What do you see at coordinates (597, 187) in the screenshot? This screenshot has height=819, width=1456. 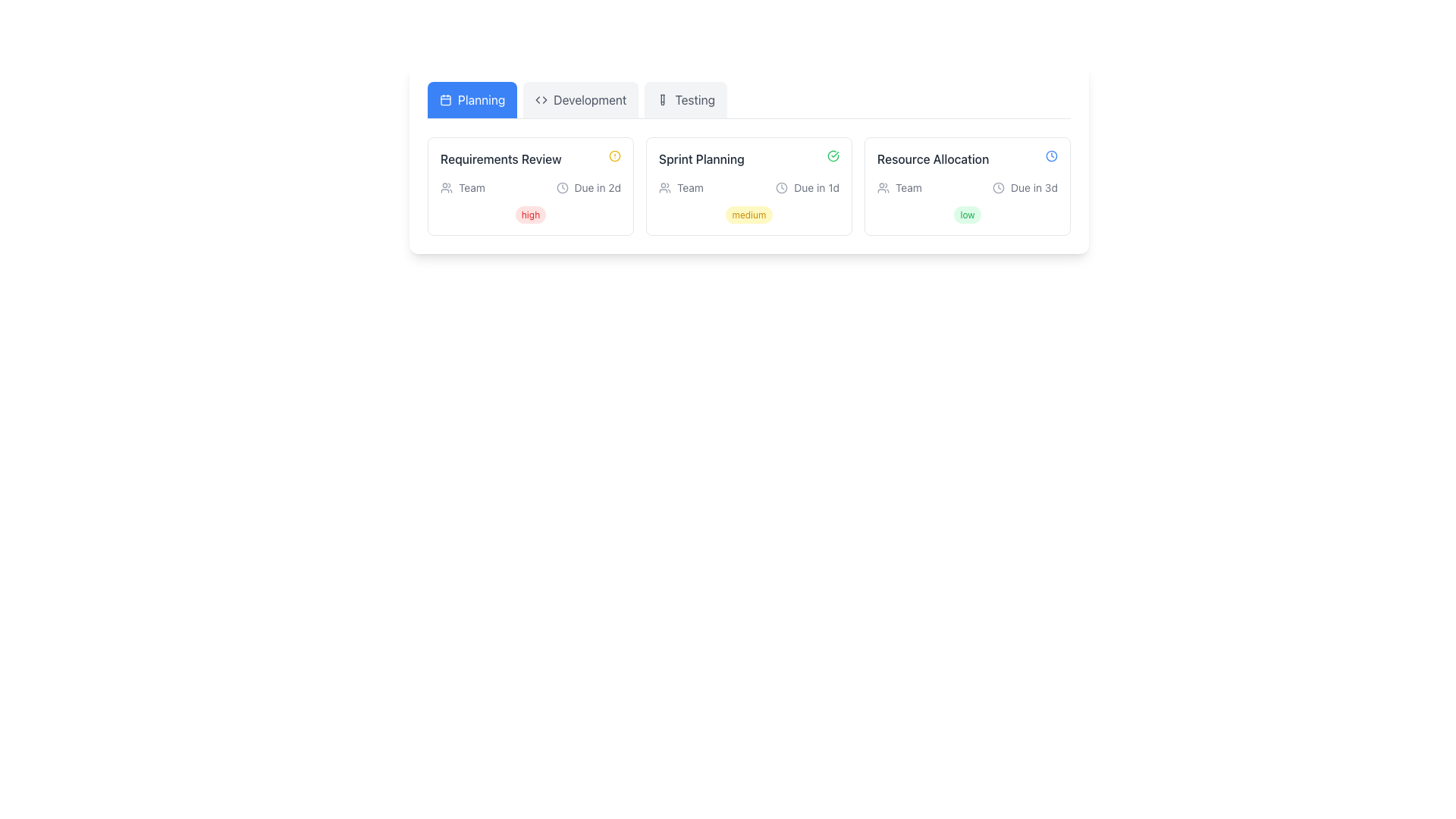 I see `the time left text label indicating the due date for the 'Requirements Review' task, located below the task title and team name, to the right of the clock icon` at bounding box center [597, 187].